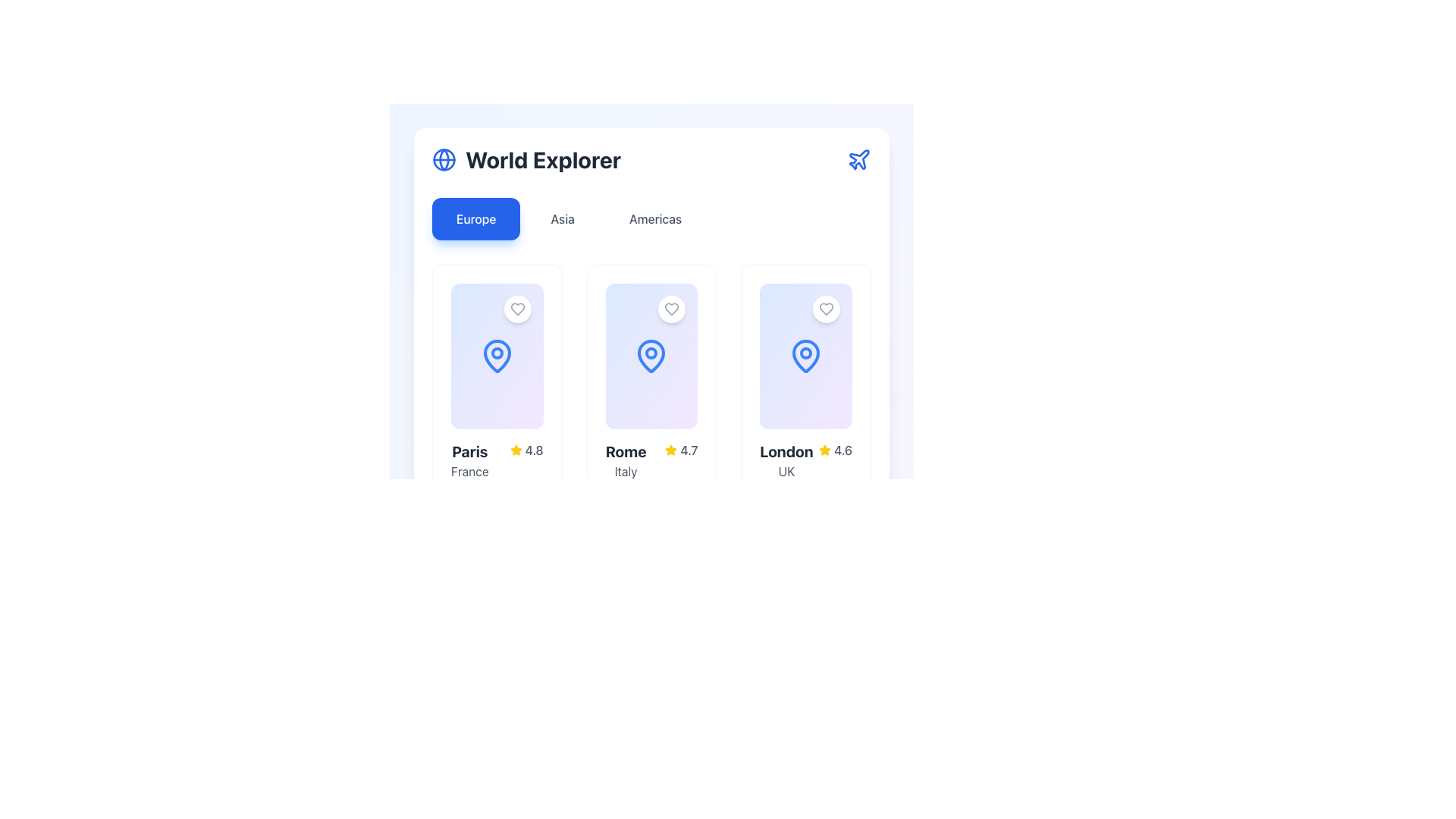  Describe the element at coordinates (651, 219) in the screenshot. I see `the button group located in the top center of the card beneath the 'World Explorer' heading` at that location.